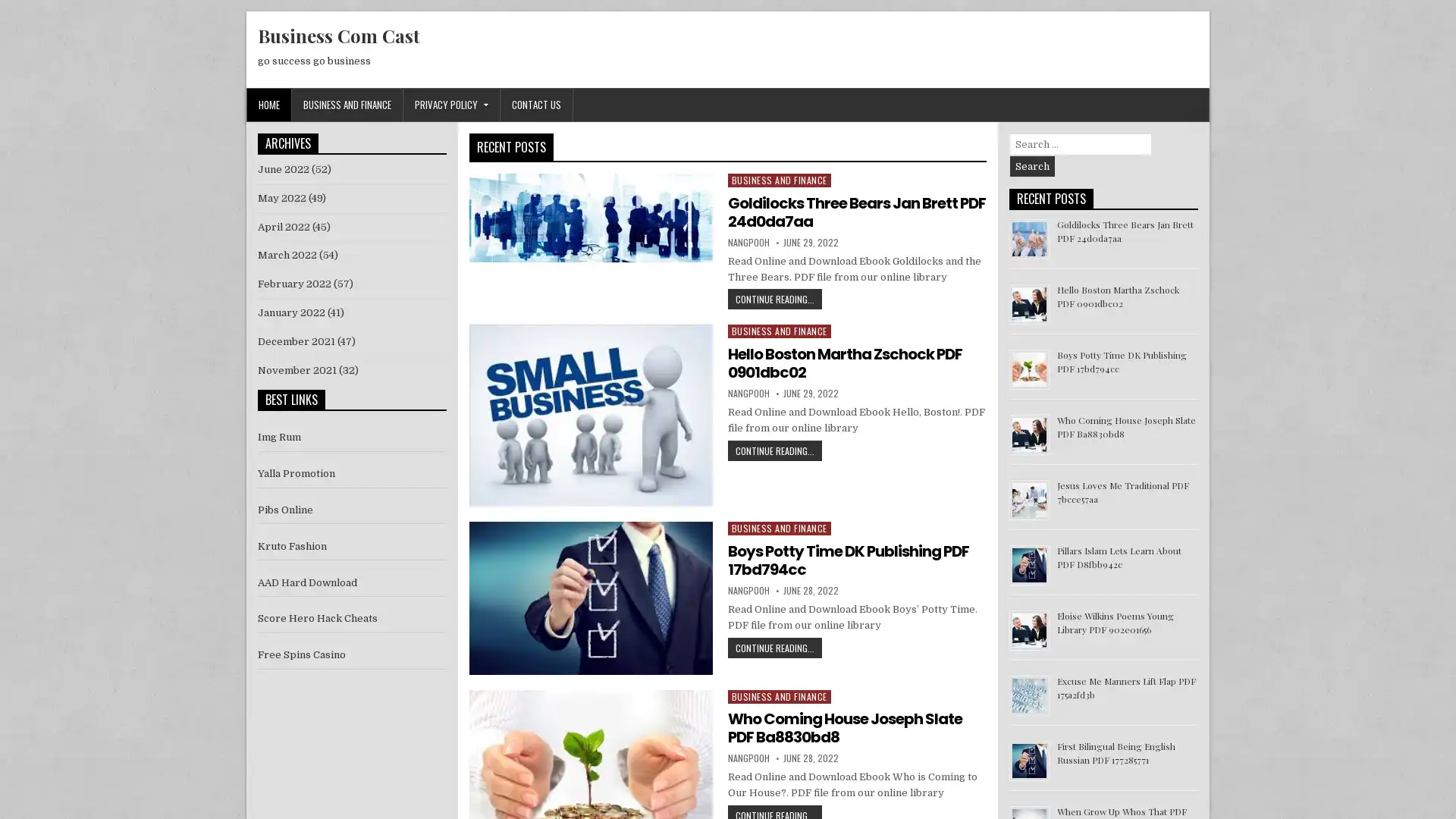  I want to click on Search, so click(1031, 166).